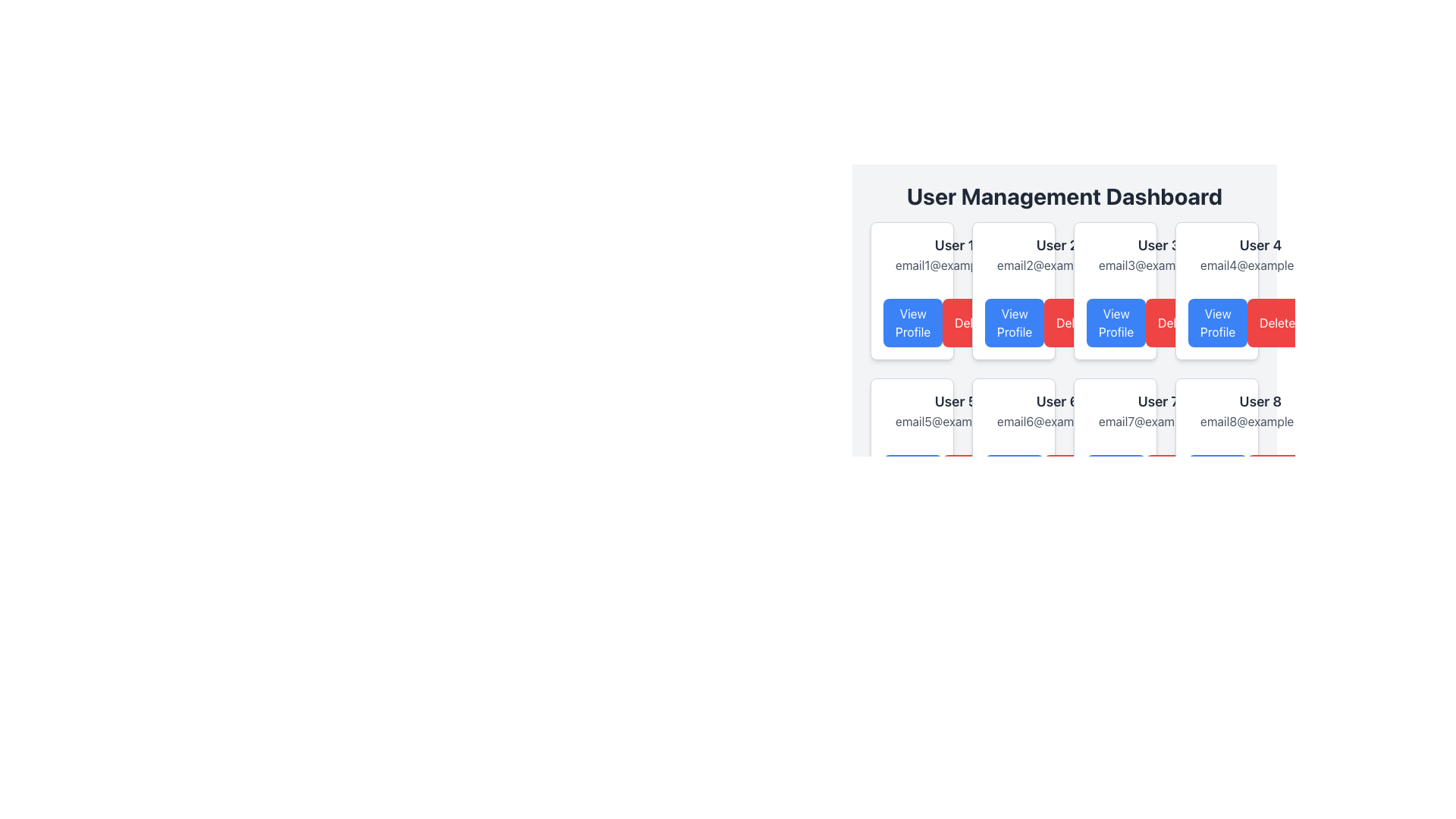 Image resolution: width=1456 pixels, height=819 pixels. What do you see at coordinates (953, 265) in the screenshot?
I see `the text label displaying the email address 'email1@example.com', which is located below the user name 'User 1' in the user management section` at bounding box center [953, 265].